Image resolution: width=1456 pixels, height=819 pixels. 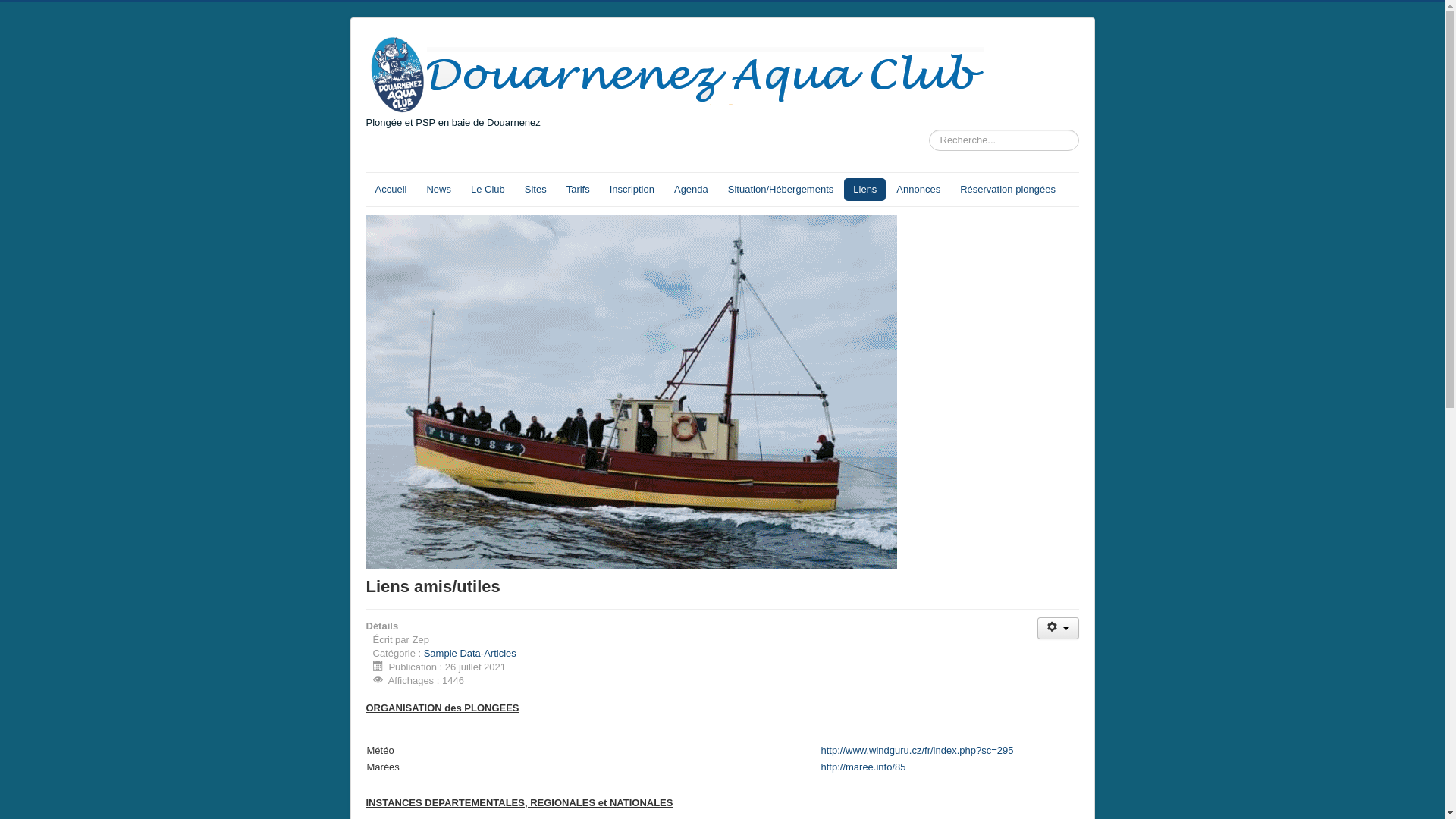 I want to click on 'Liens', so click(x=864, y=189).